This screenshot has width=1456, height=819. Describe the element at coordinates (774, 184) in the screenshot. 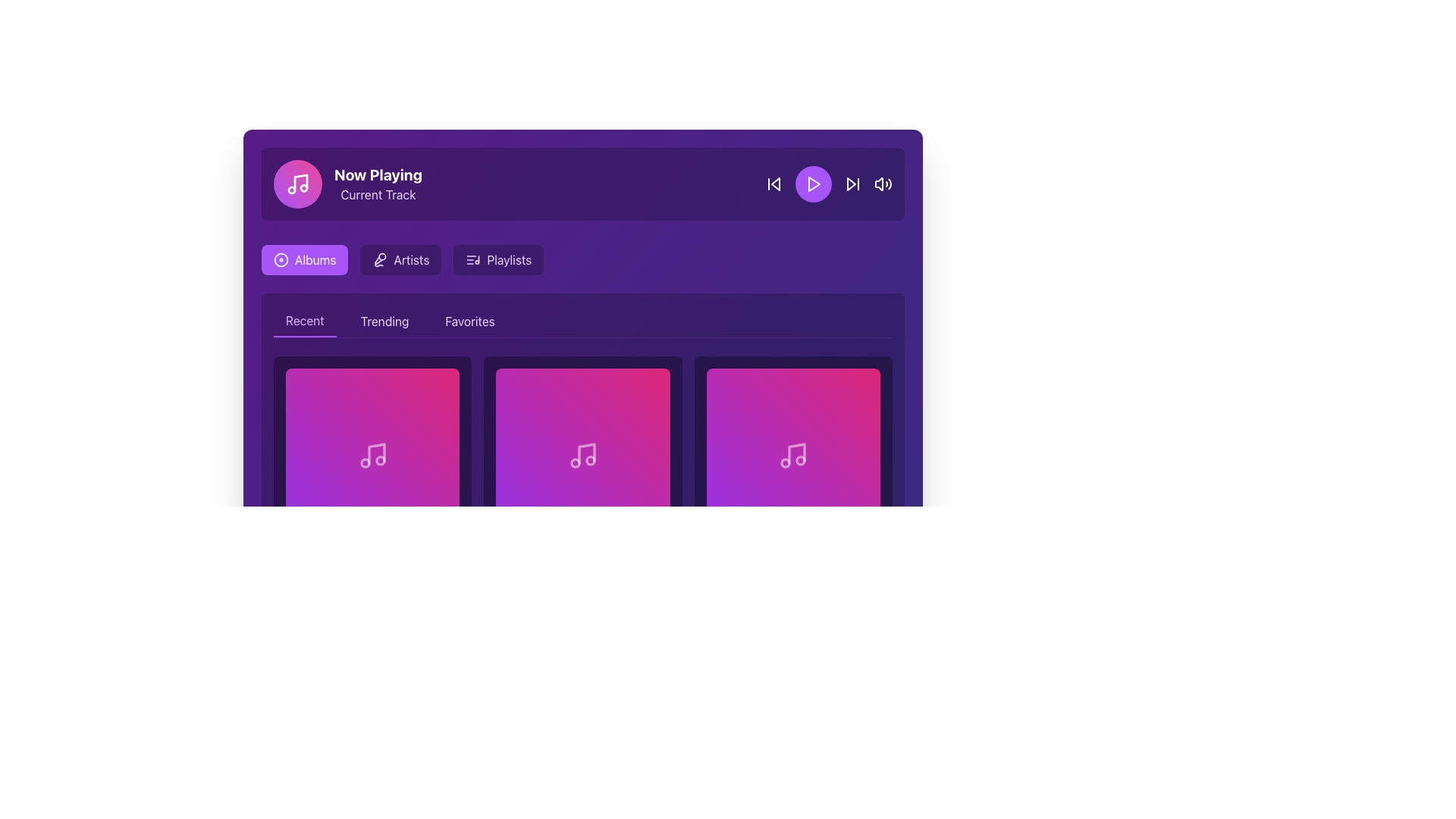

I see `the backwards skipping icon button, which is white against a dark purple background and located near the top-right corner of the interface` at that location.